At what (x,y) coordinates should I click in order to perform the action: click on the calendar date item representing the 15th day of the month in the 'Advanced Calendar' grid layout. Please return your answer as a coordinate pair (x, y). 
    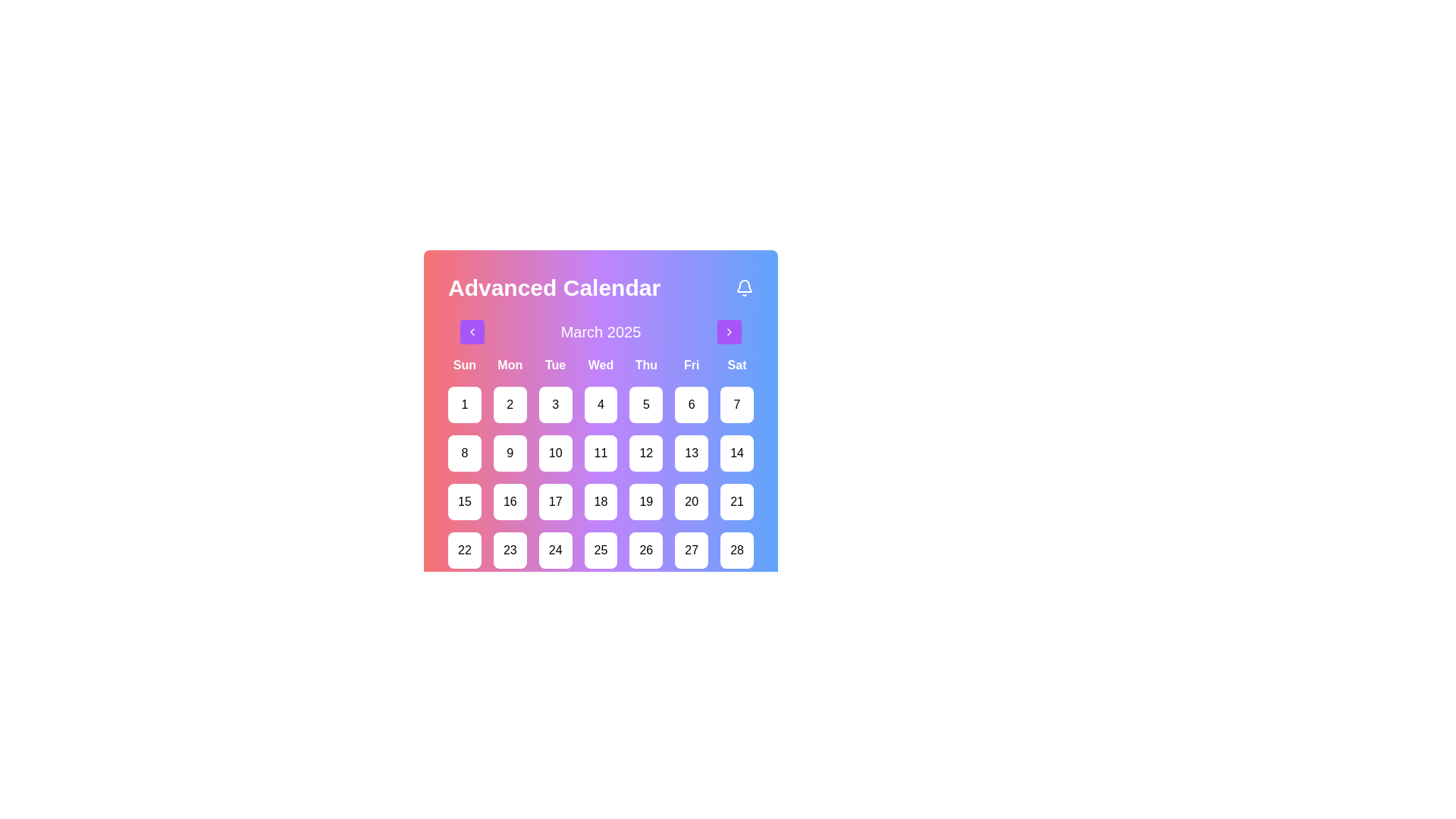
    Looking at the image, I should click on (463, 502).